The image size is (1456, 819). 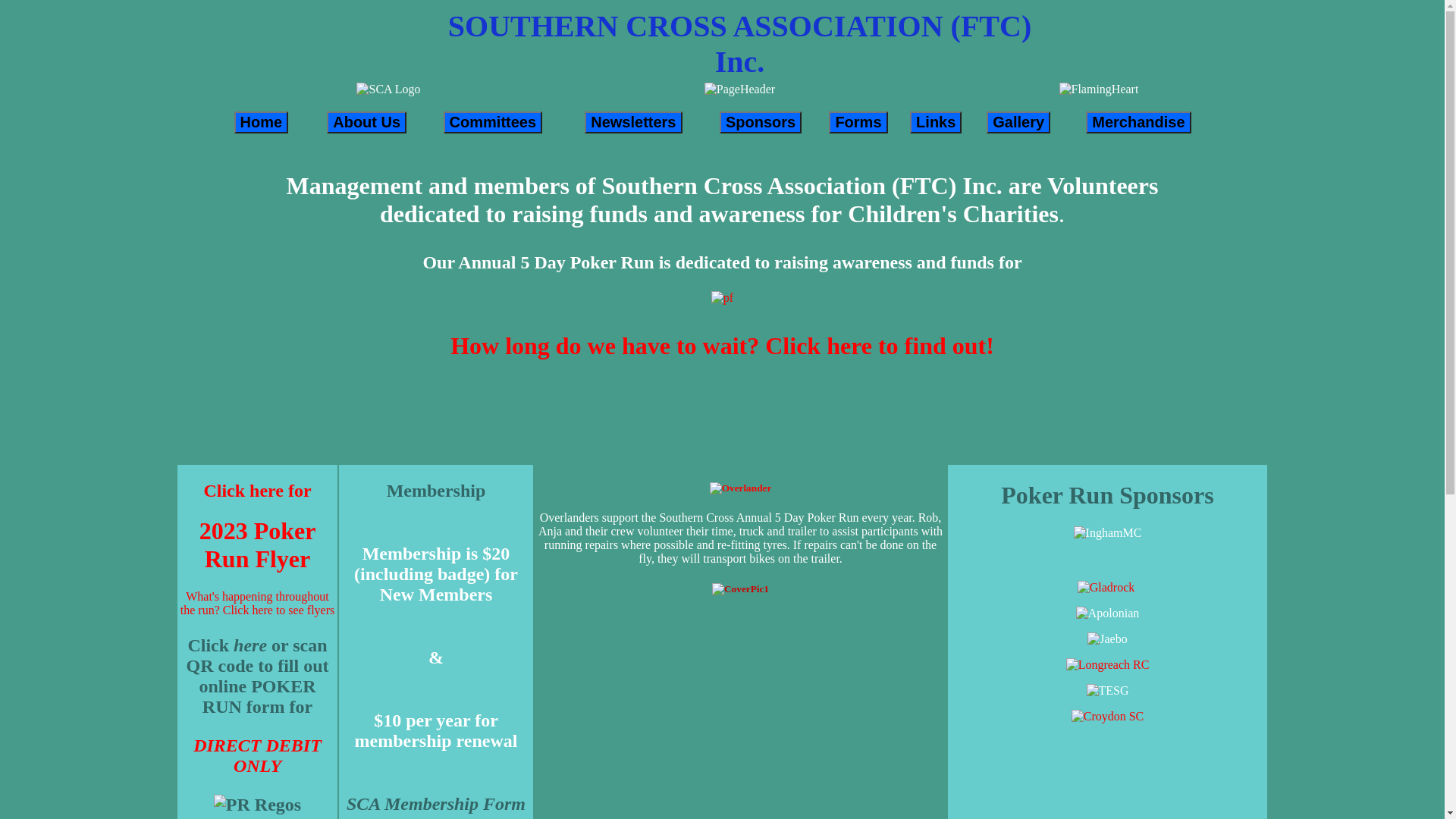 What do you see at coordinates (1138, 121) in the screenshot?
I see `'Merchandise'` at bounding box center [1138, 121].